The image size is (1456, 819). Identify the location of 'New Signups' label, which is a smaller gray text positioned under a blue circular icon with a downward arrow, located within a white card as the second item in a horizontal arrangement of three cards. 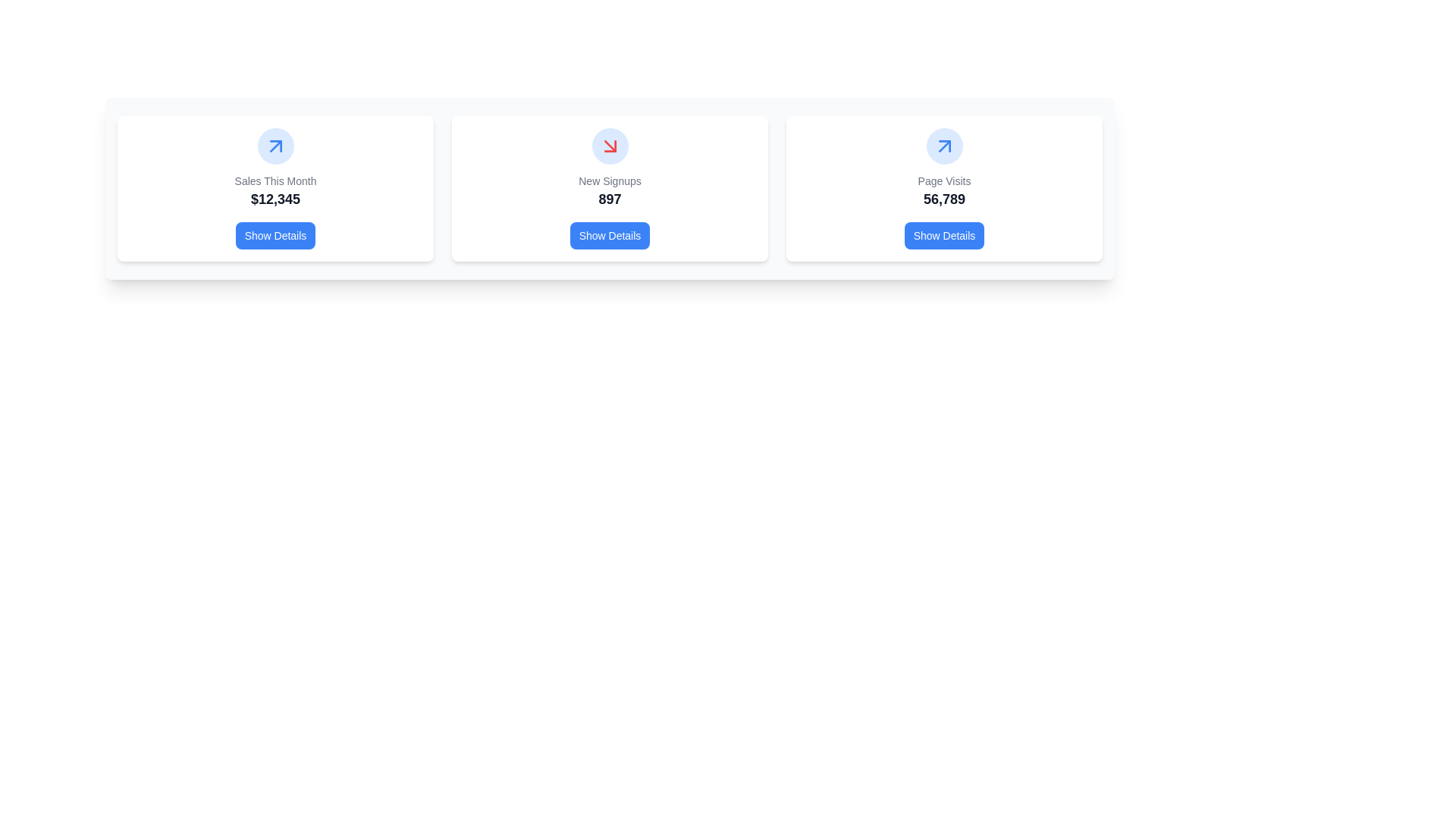
(610, 180).